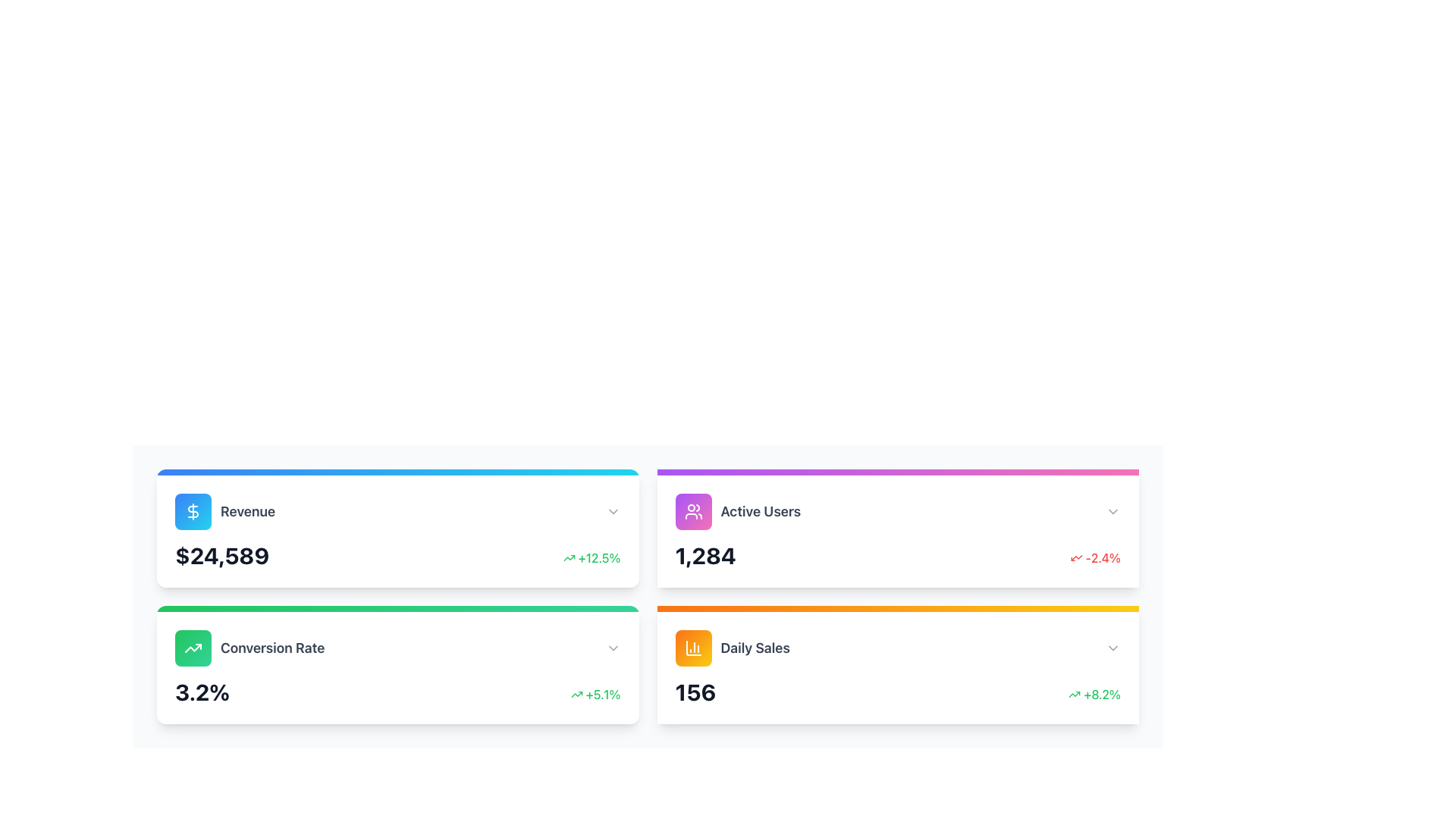  What do you see at coordinates (898, 472) in the screenshot?
I see `the Decorative bar located at the top of the 'Active Users' card, which features a gradient from purple to pink` at bounding box center [898, 472].